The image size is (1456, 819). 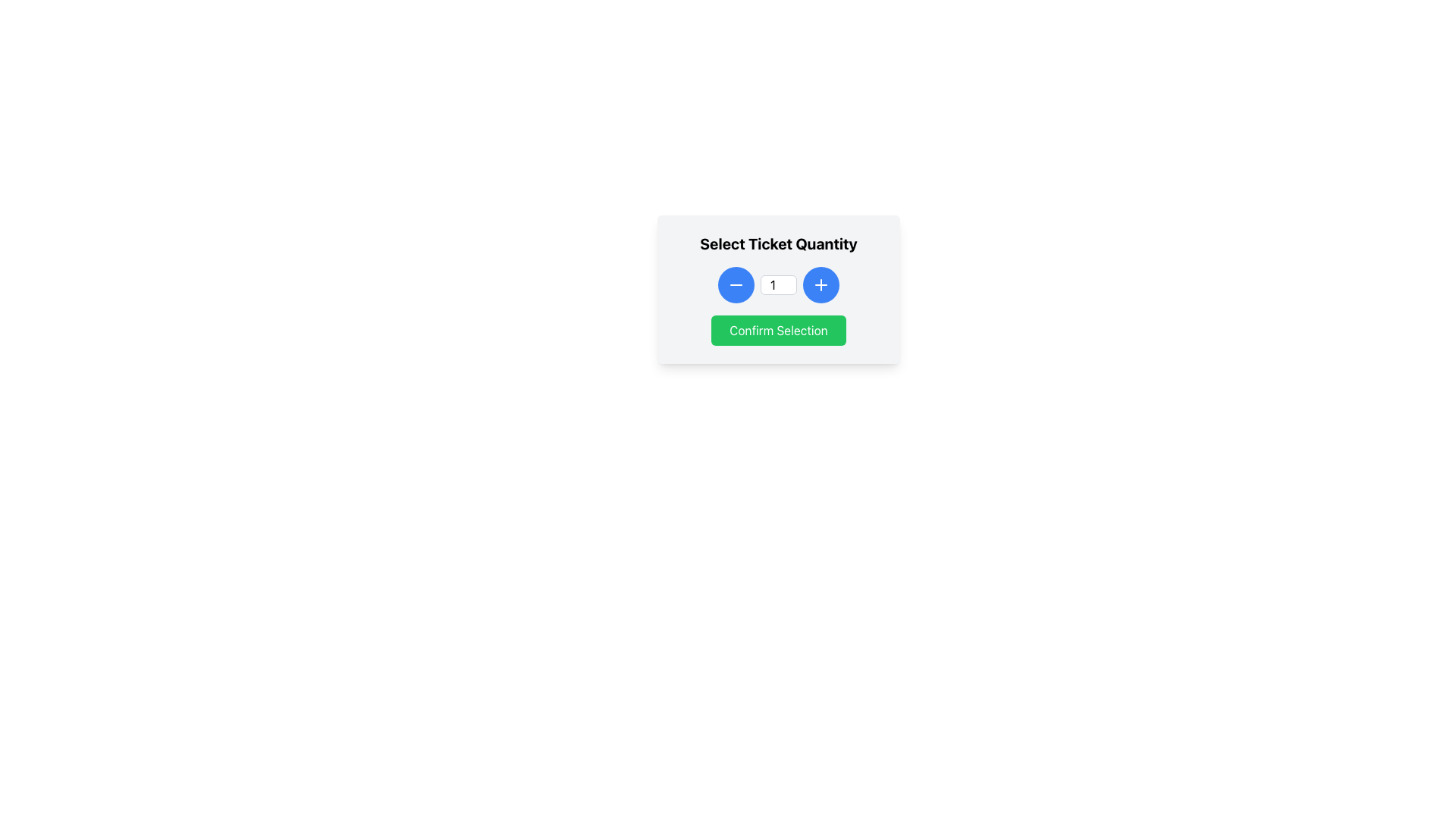 I want to click on the green 'Confirm Selection' button located at the bottom of the card-style layout to confirm the selection, so click(x=779, y=329).